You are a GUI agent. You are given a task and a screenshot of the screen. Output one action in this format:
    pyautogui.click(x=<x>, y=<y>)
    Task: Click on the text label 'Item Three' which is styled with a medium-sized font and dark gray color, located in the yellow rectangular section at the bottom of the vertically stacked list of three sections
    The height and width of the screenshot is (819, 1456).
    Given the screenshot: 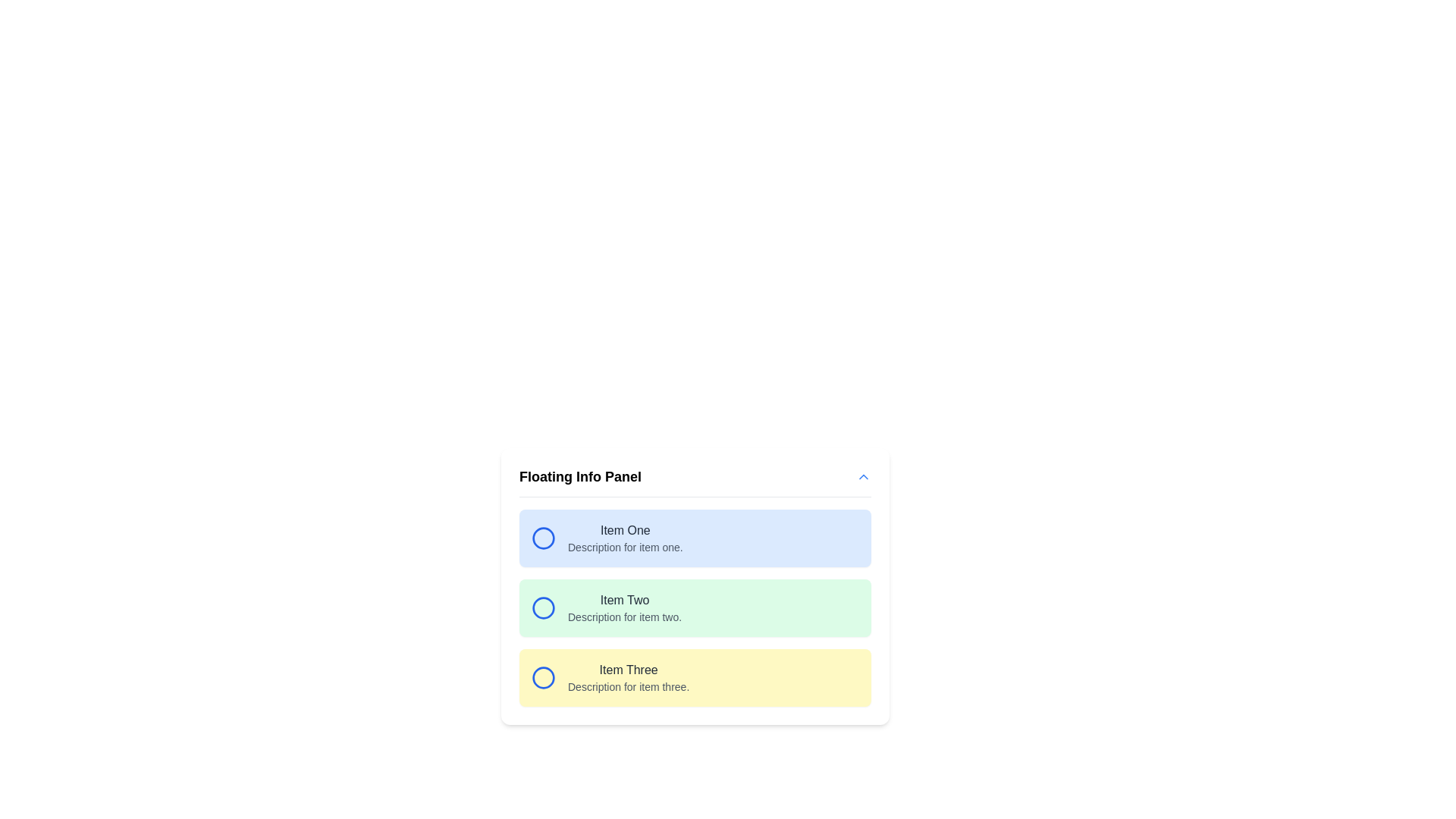 What is the action you would take?
    pyautogui.click(x=629, y=669)
    